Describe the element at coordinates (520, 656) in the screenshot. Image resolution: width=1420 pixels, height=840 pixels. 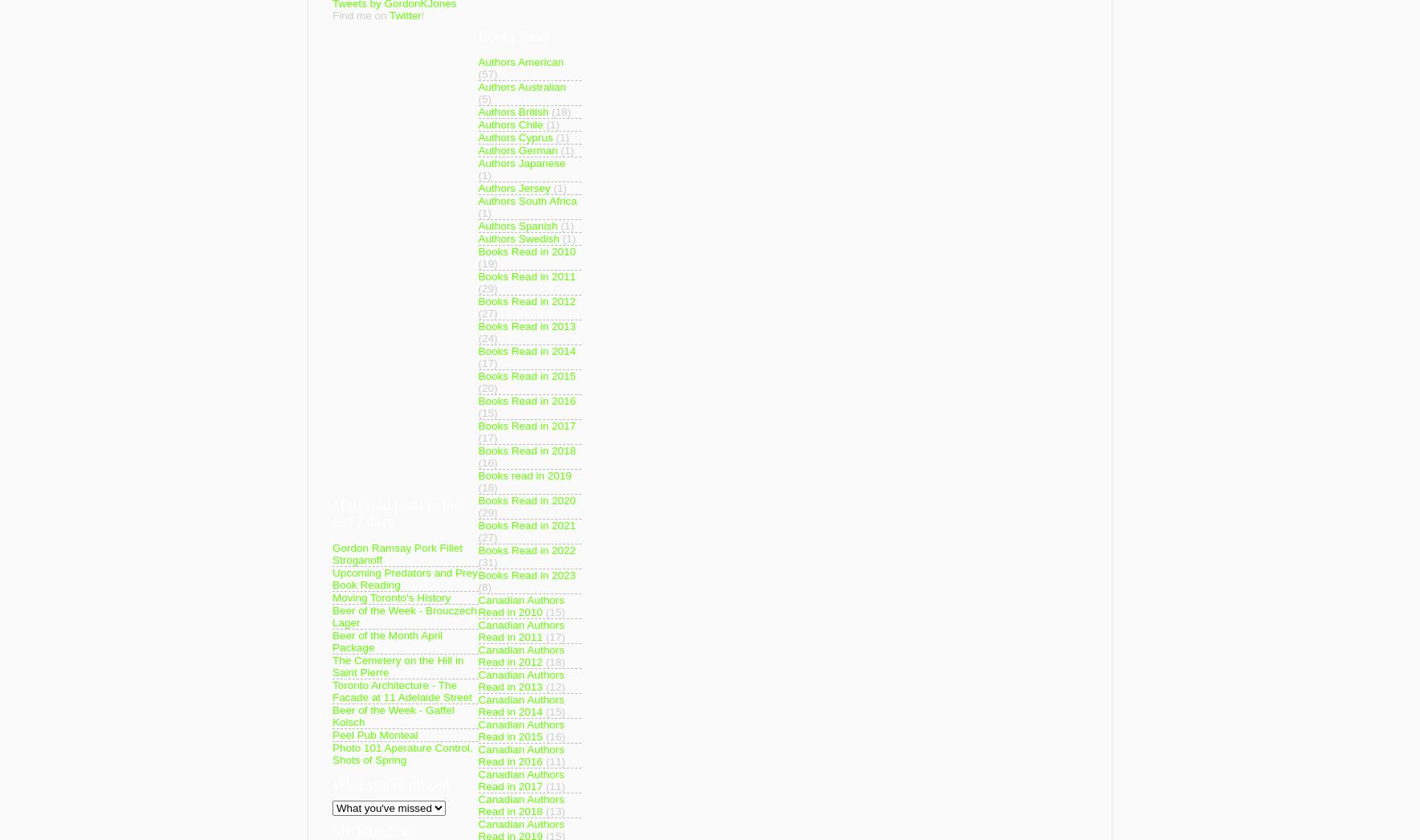
I see `'Canadian Authors Read in 2012'` at that location.